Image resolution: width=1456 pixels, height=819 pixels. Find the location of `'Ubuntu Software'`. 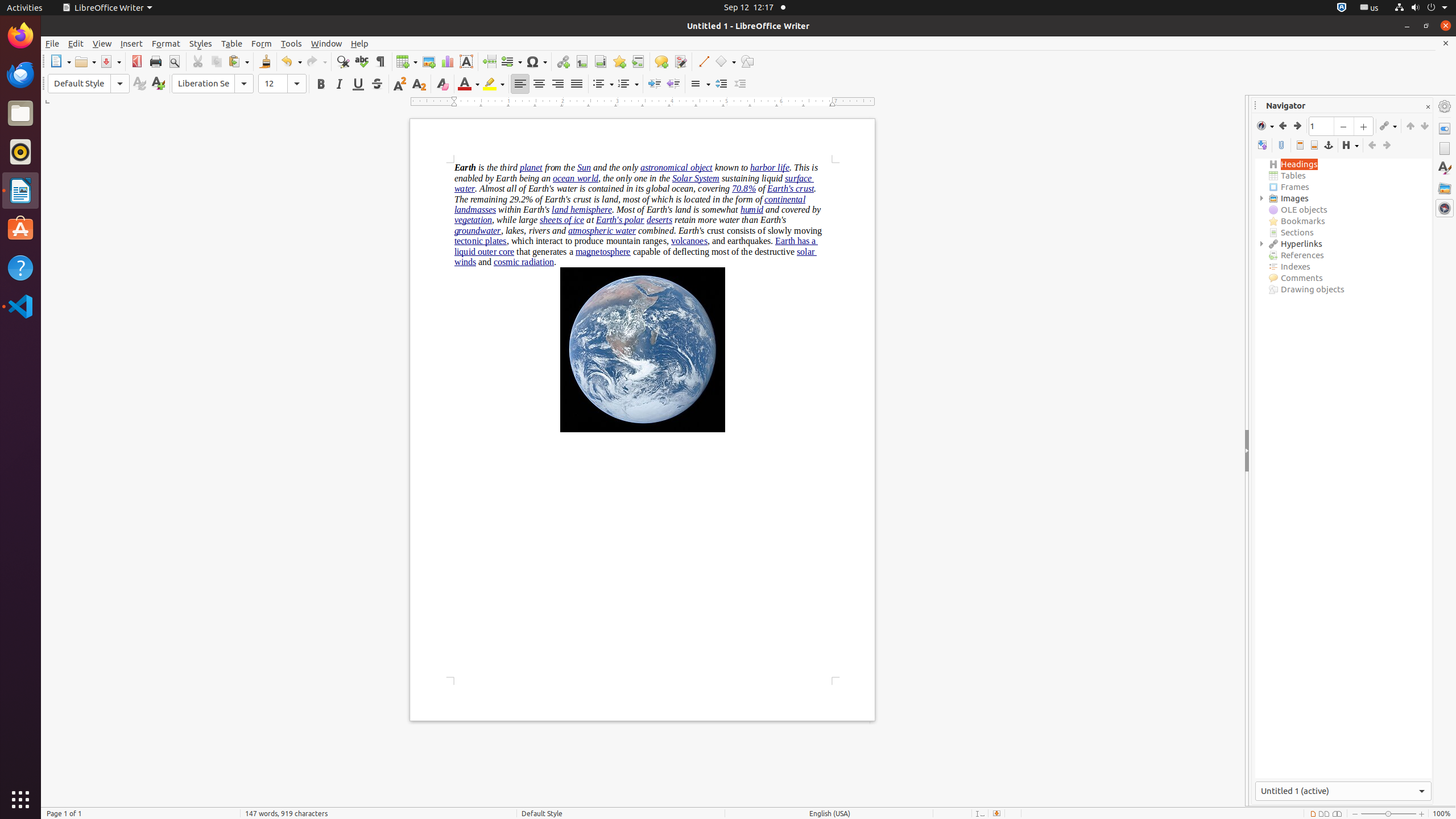

'Ubuntu Software' is located at coordinates (20, 229).